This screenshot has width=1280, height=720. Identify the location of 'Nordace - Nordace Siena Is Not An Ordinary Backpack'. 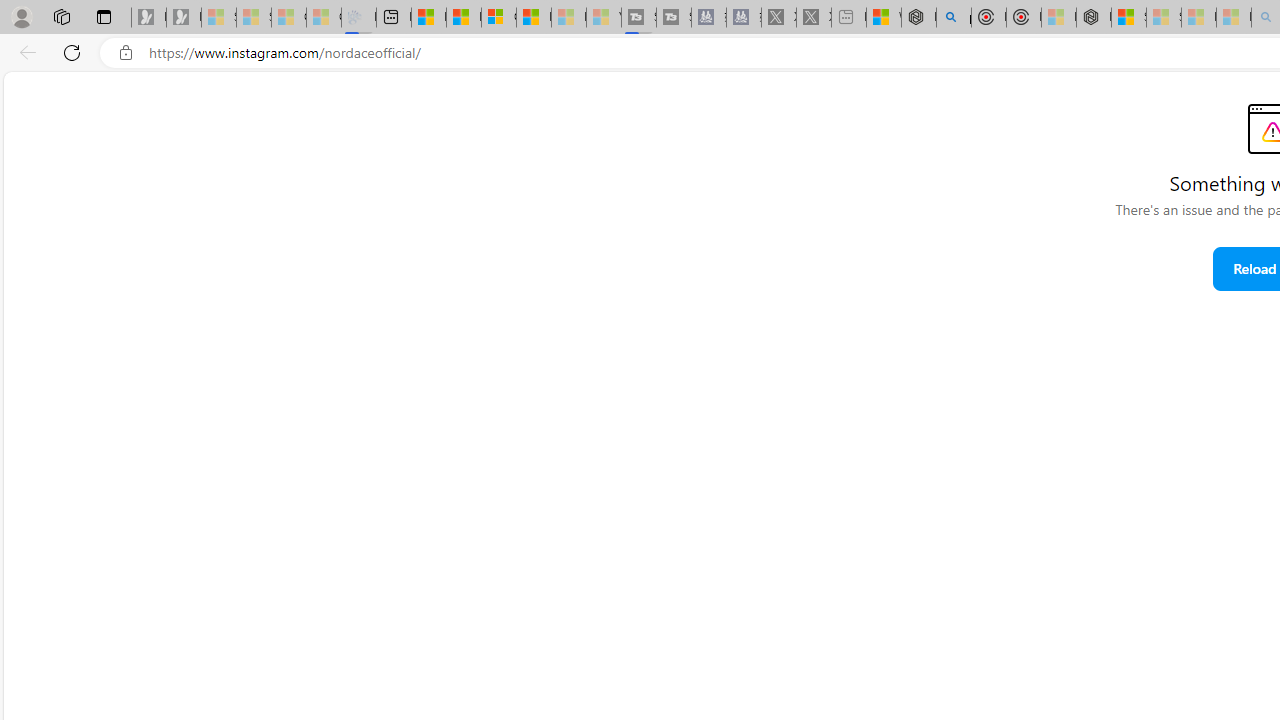
(1092, 17).